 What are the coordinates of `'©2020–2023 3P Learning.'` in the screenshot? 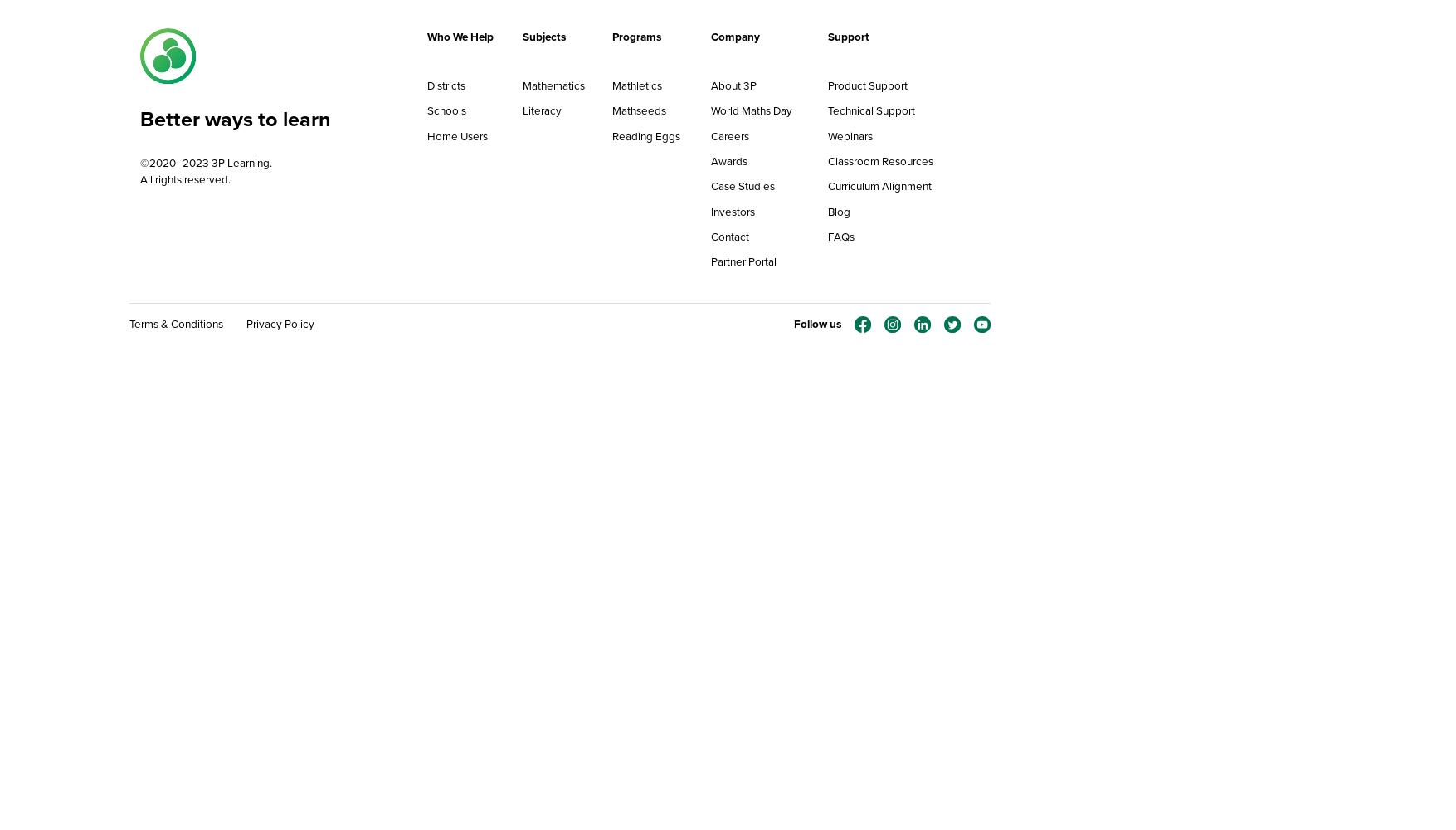 It's located at (138, 162).